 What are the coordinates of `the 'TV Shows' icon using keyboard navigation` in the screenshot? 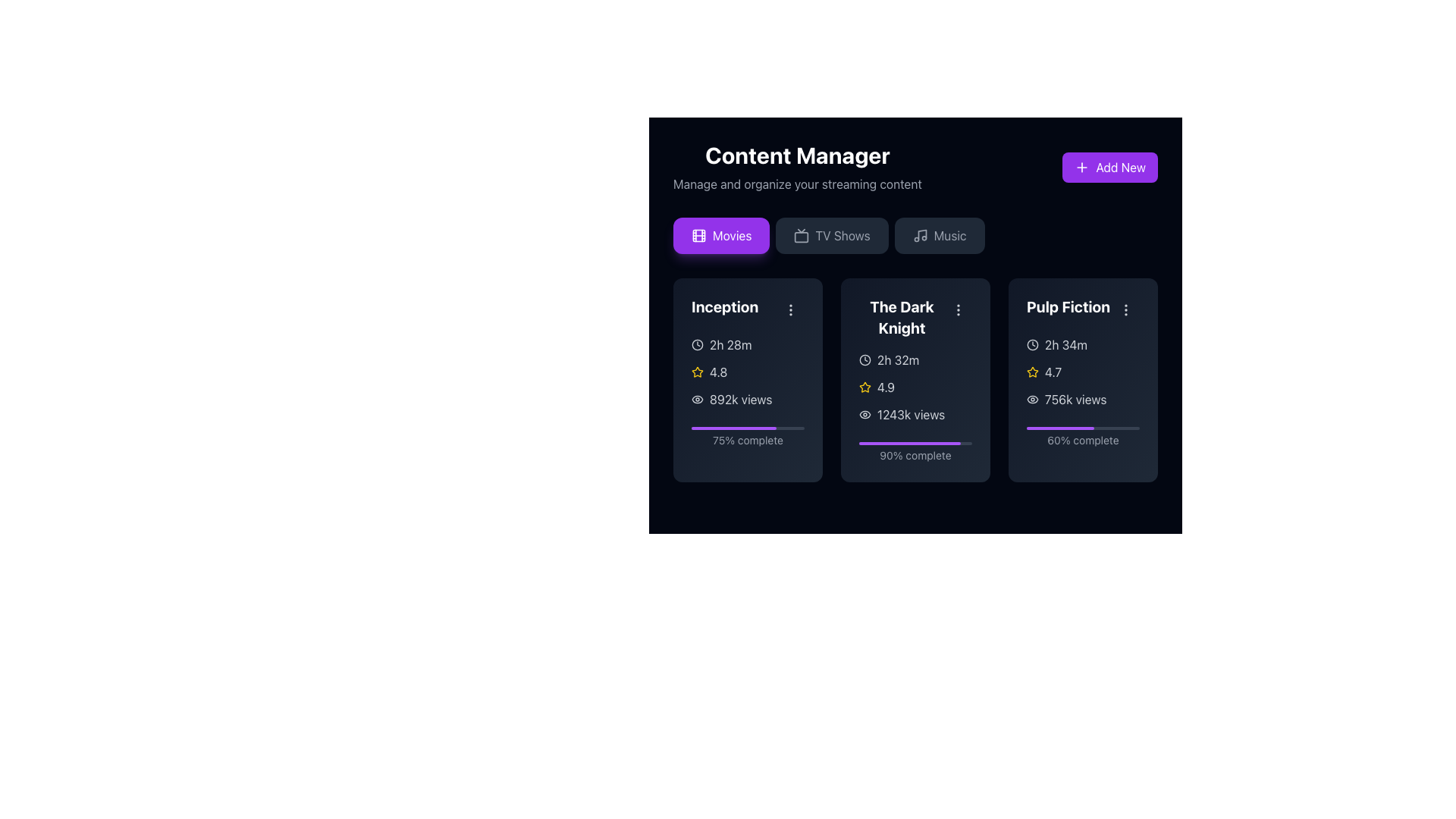 It's located at (801, 236).